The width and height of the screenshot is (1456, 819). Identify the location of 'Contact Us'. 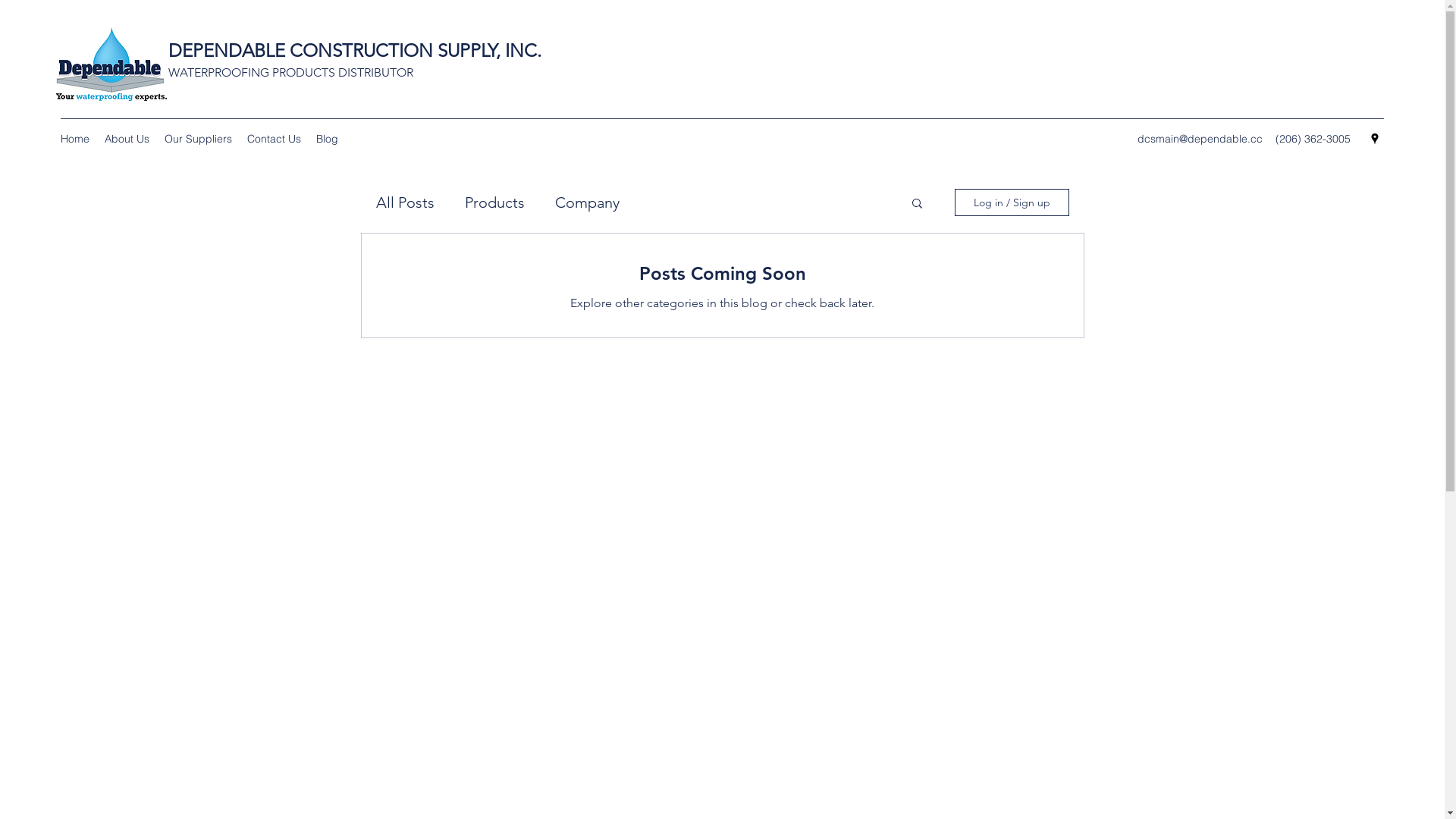
(274, 138).